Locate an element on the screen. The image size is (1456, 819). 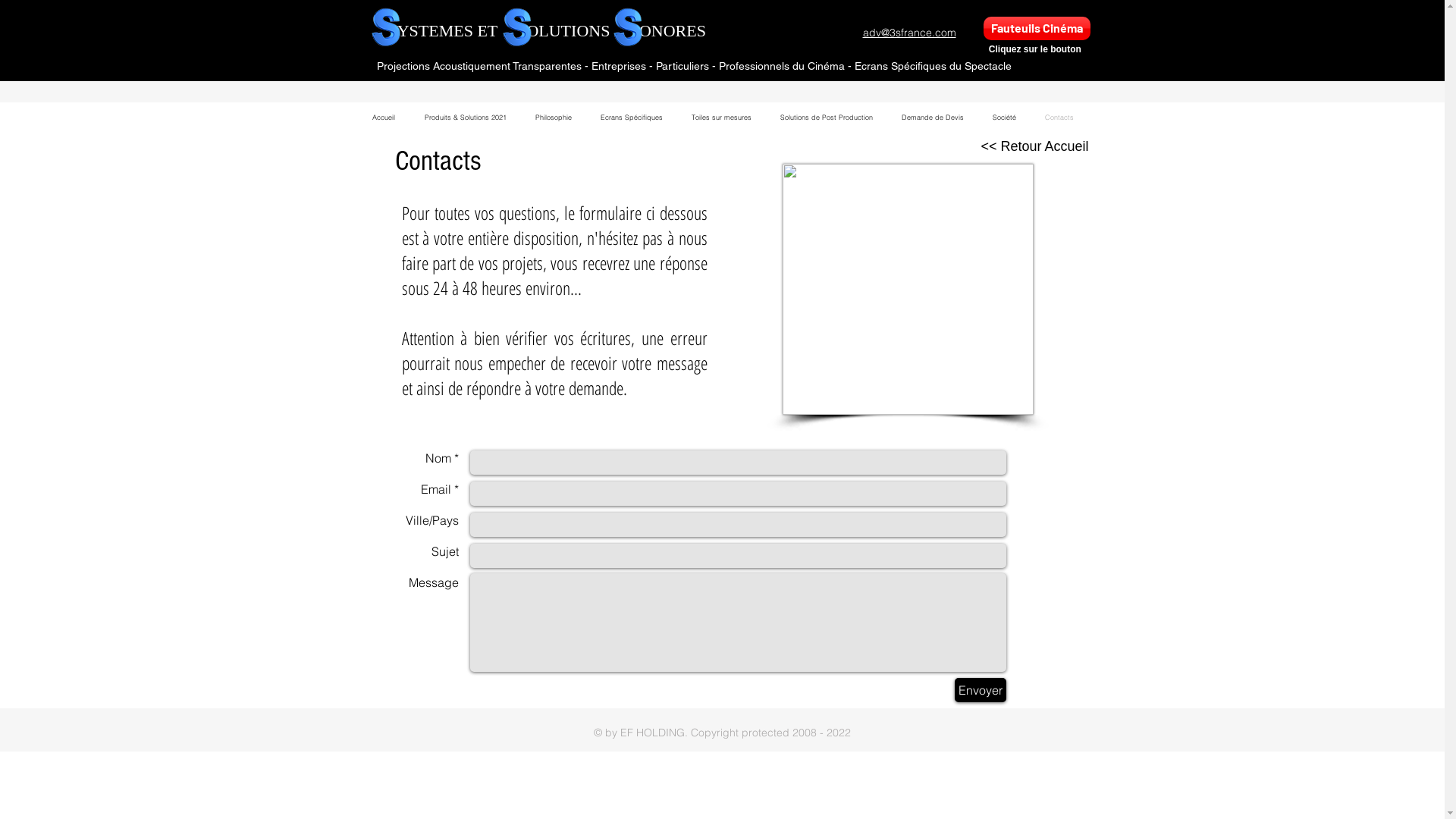
'Philosophie' is located at coordinates (552, 116).